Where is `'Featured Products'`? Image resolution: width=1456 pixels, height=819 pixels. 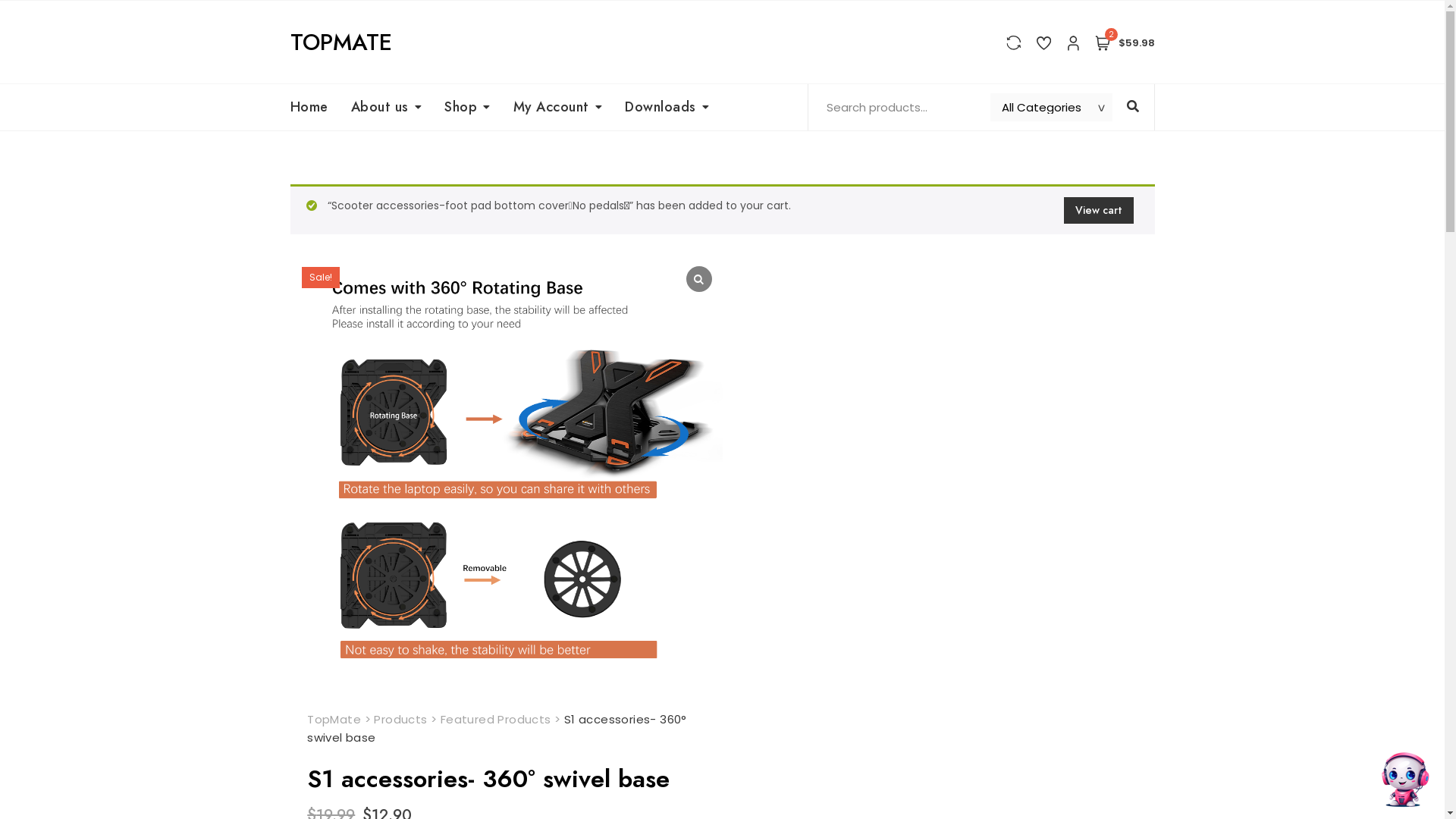
'Featured Products' is located at coordinates (439, 718).